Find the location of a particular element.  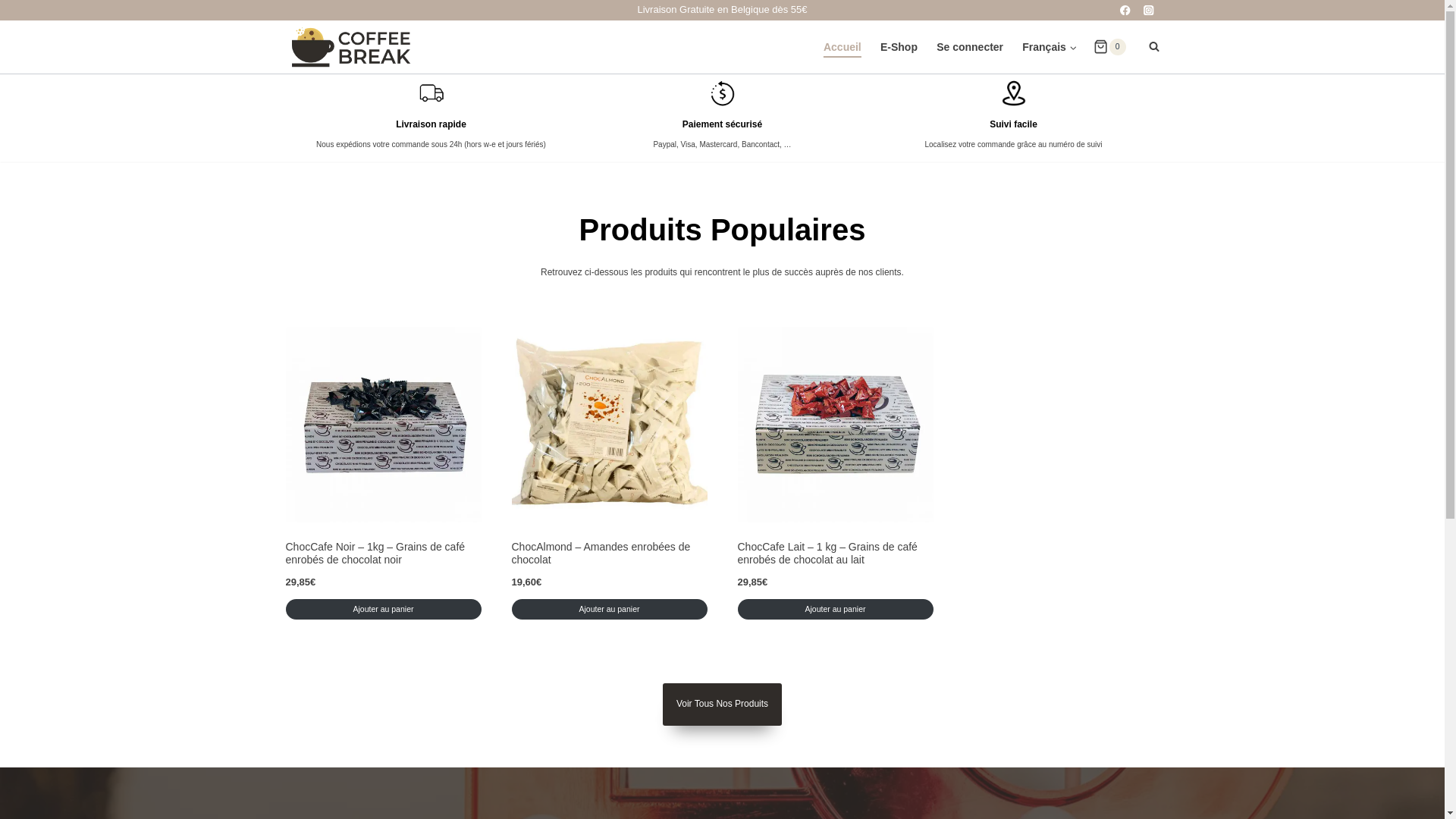

'0' is located at coordinates (1109, 45).